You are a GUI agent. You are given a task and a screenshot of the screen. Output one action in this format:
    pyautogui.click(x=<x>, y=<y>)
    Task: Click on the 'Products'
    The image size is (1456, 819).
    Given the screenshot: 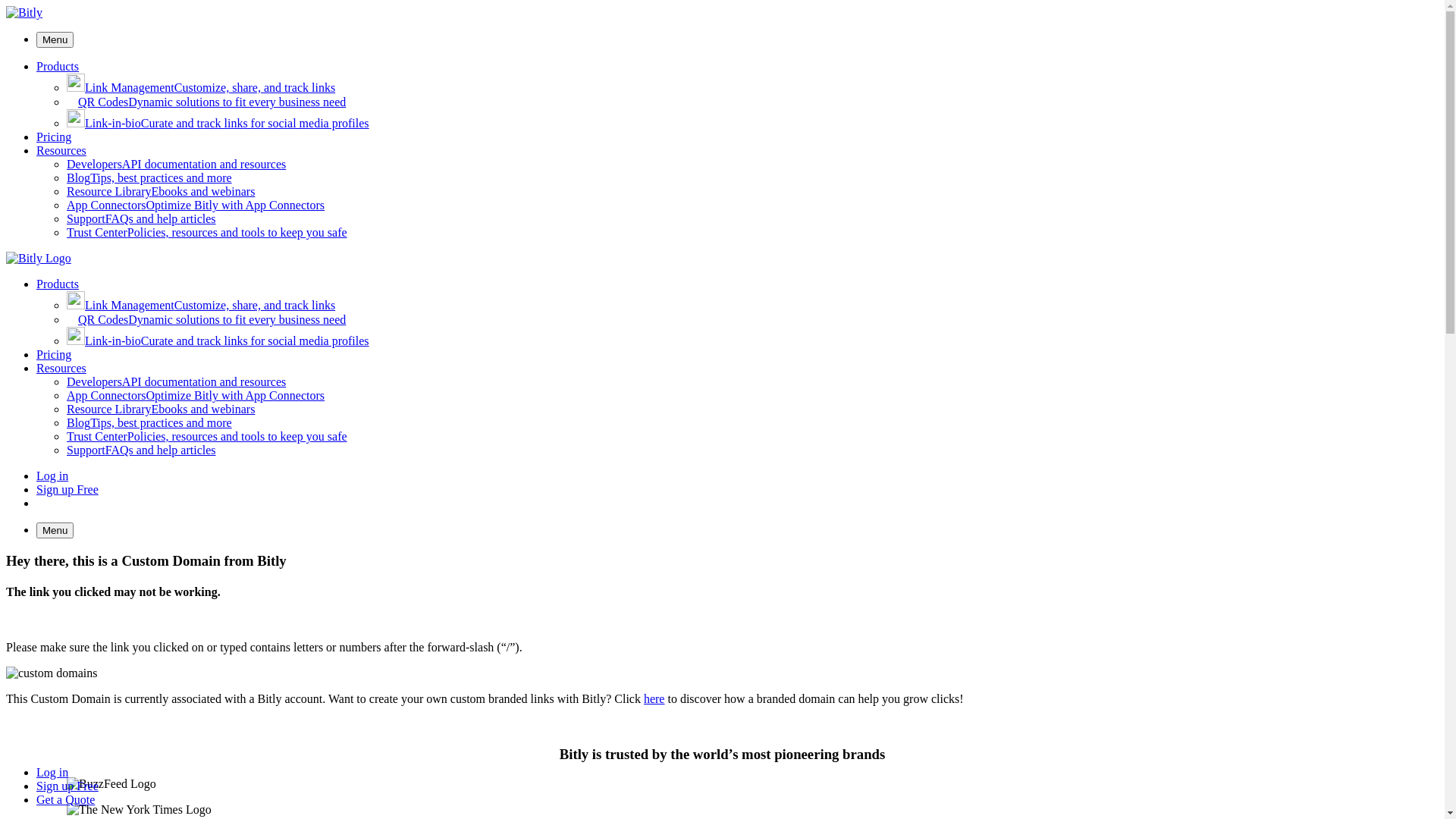 What is the action you would take?
    pyautogui.click(x=58, y=65)
    